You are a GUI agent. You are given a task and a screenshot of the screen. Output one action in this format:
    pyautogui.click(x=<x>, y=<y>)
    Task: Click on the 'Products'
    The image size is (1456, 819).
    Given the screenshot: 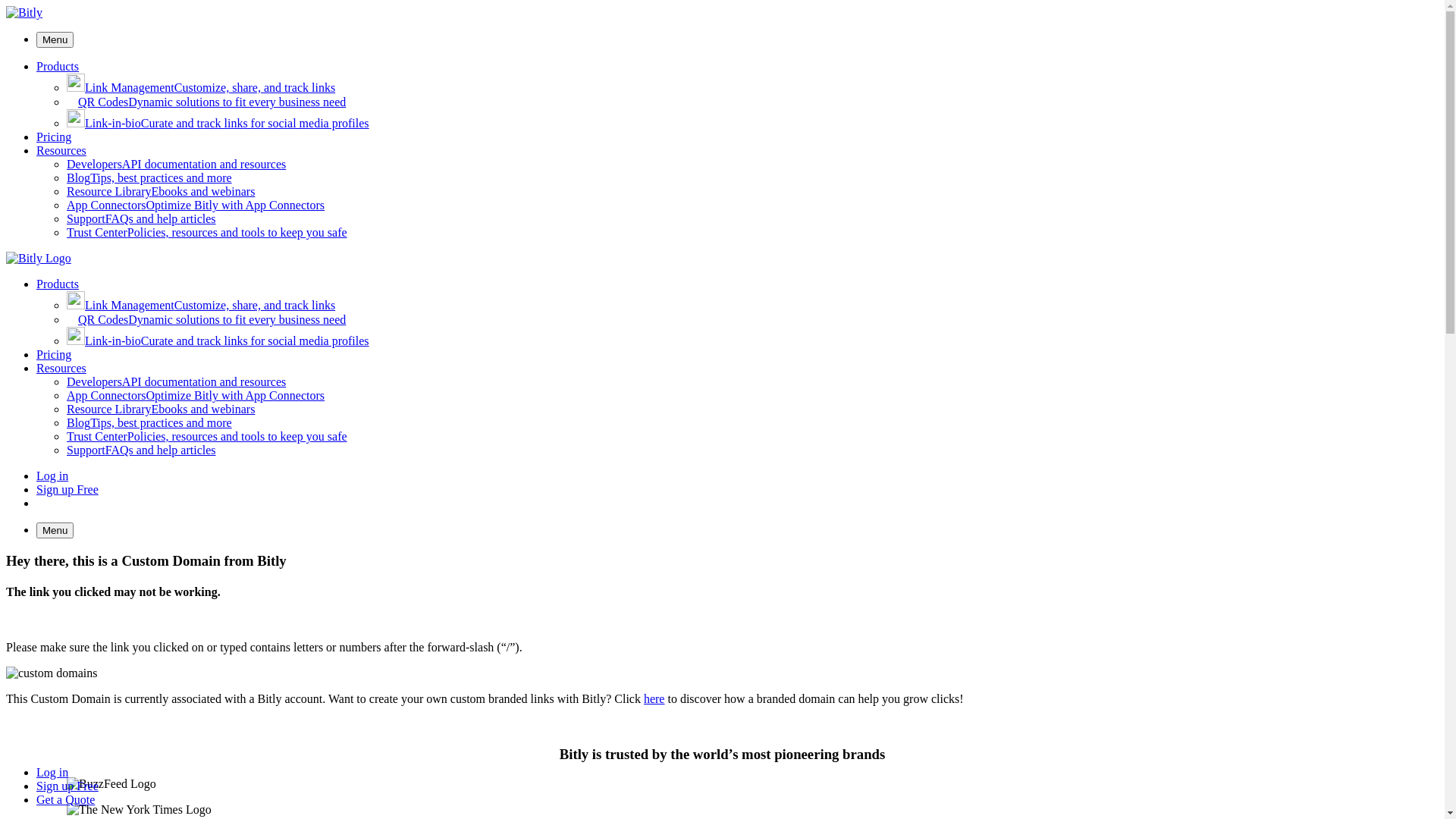 What is the action you would take?
    pyautogui.click(x=58, y=65)
    